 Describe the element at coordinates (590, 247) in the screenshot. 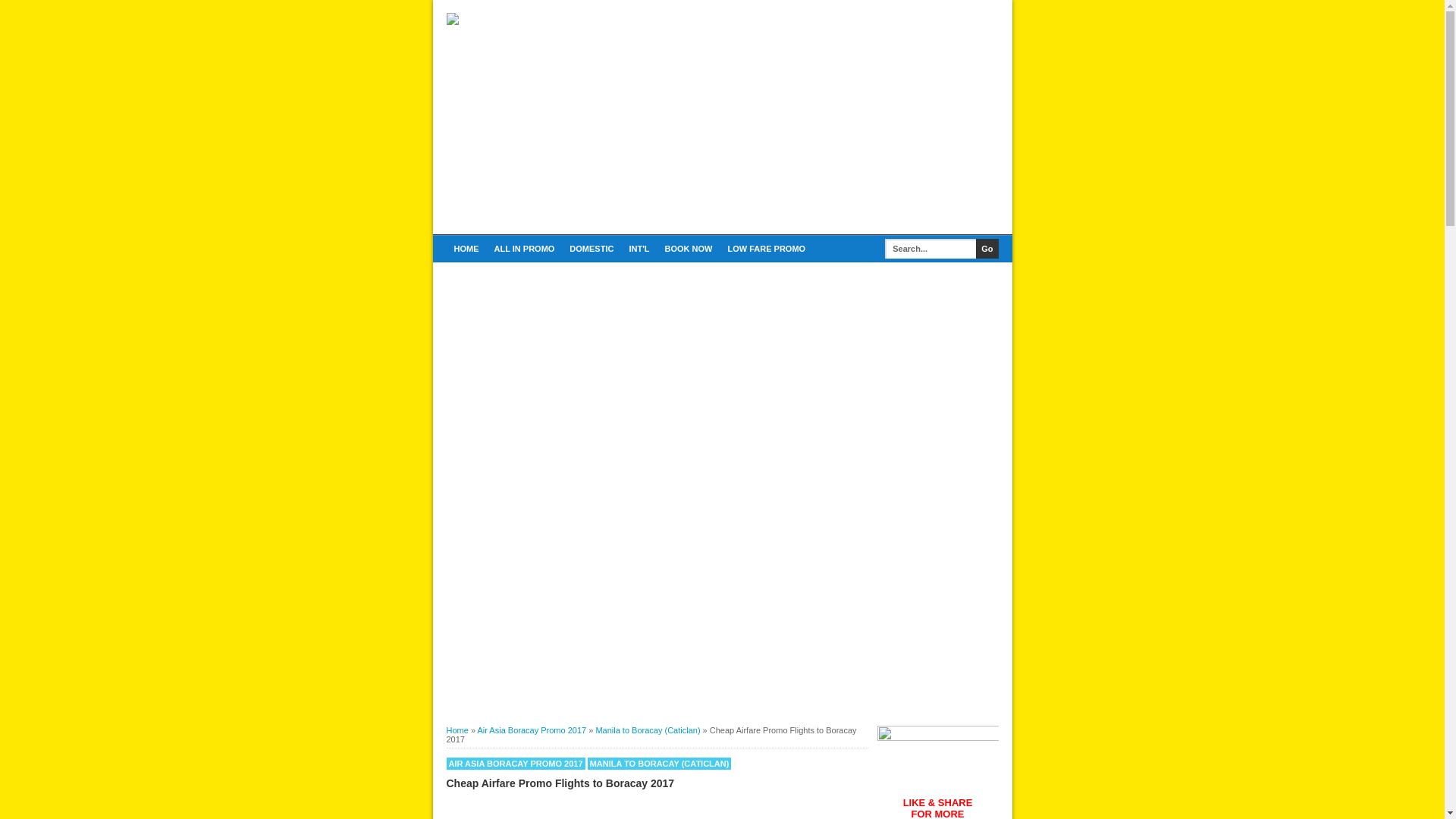

I see `'DOMESTIC'` at that location.